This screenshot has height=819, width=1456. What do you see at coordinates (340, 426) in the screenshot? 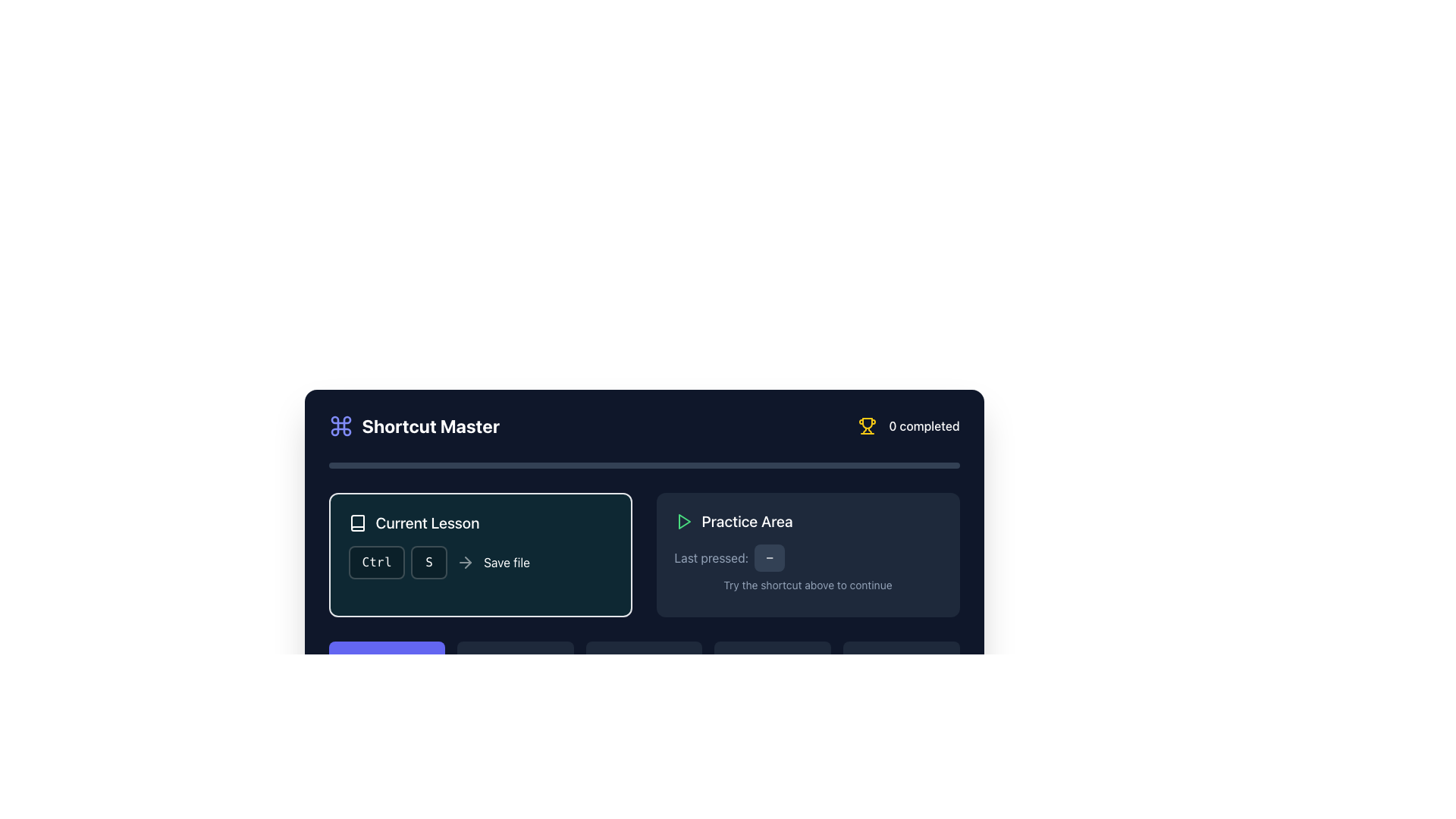
I see `the decorative icon for the 'Shortcut Master' header section, which signifies the application's branding and thematic focus` at bounding box center [340, 426].